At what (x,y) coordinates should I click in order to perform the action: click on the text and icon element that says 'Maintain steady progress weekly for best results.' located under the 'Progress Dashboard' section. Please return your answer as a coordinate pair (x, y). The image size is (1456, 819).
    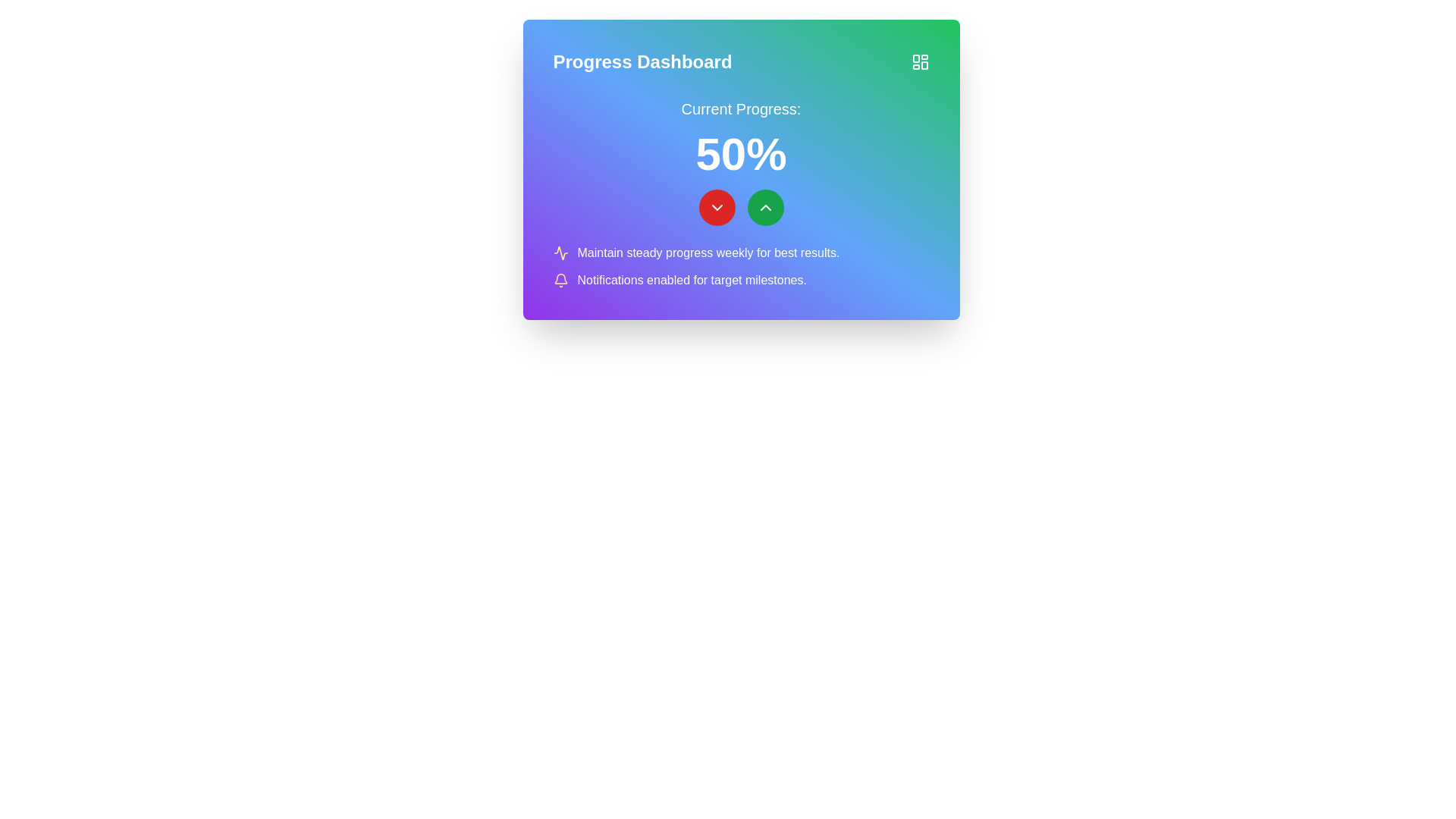
    Looking at the image, I should click on (741, 253).